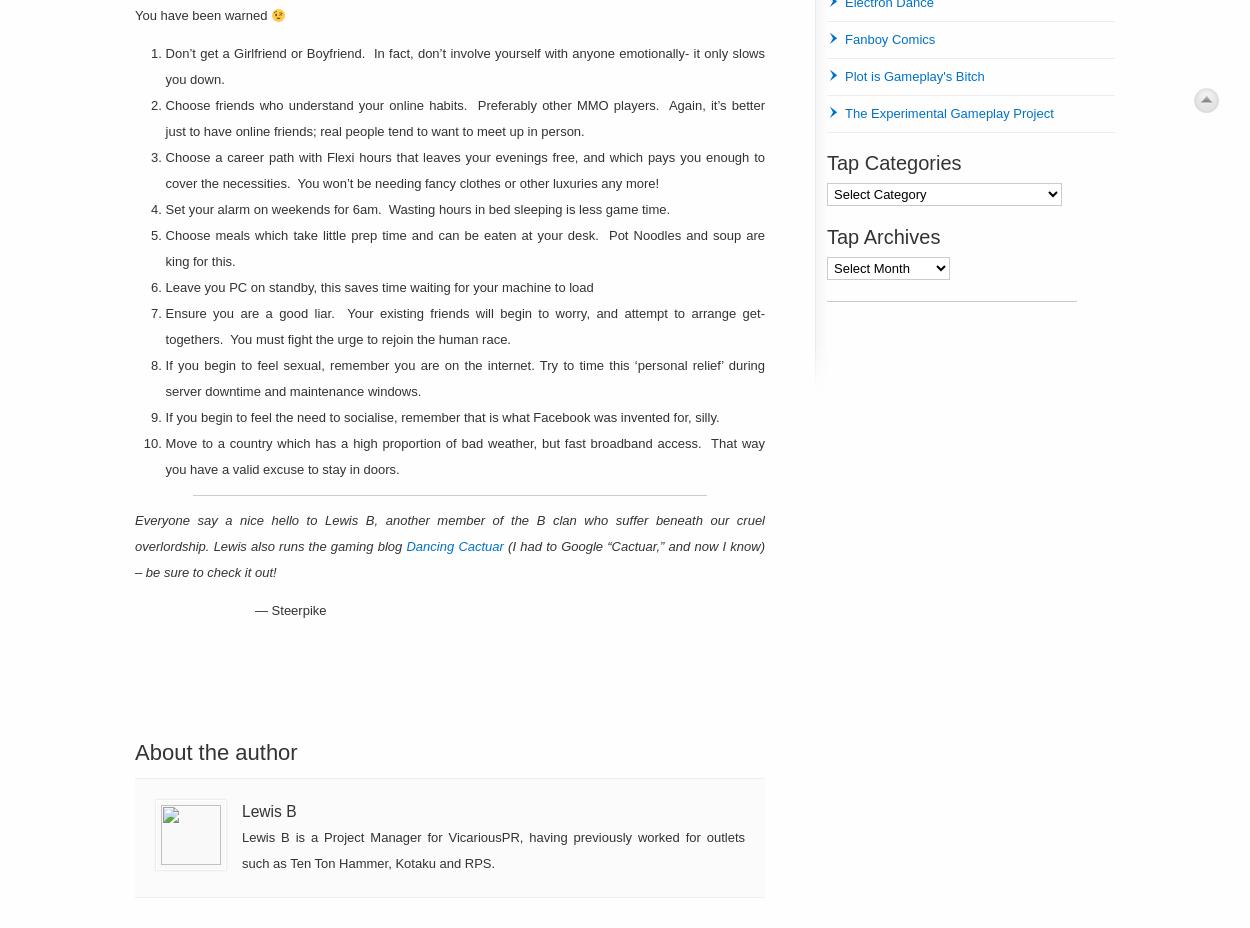 This screenshot has width=1250, height=928. What do you see at coordinates (290, 610) in the screenshot?
I see `'— Steerpike'` at bounding box center [290, 610].